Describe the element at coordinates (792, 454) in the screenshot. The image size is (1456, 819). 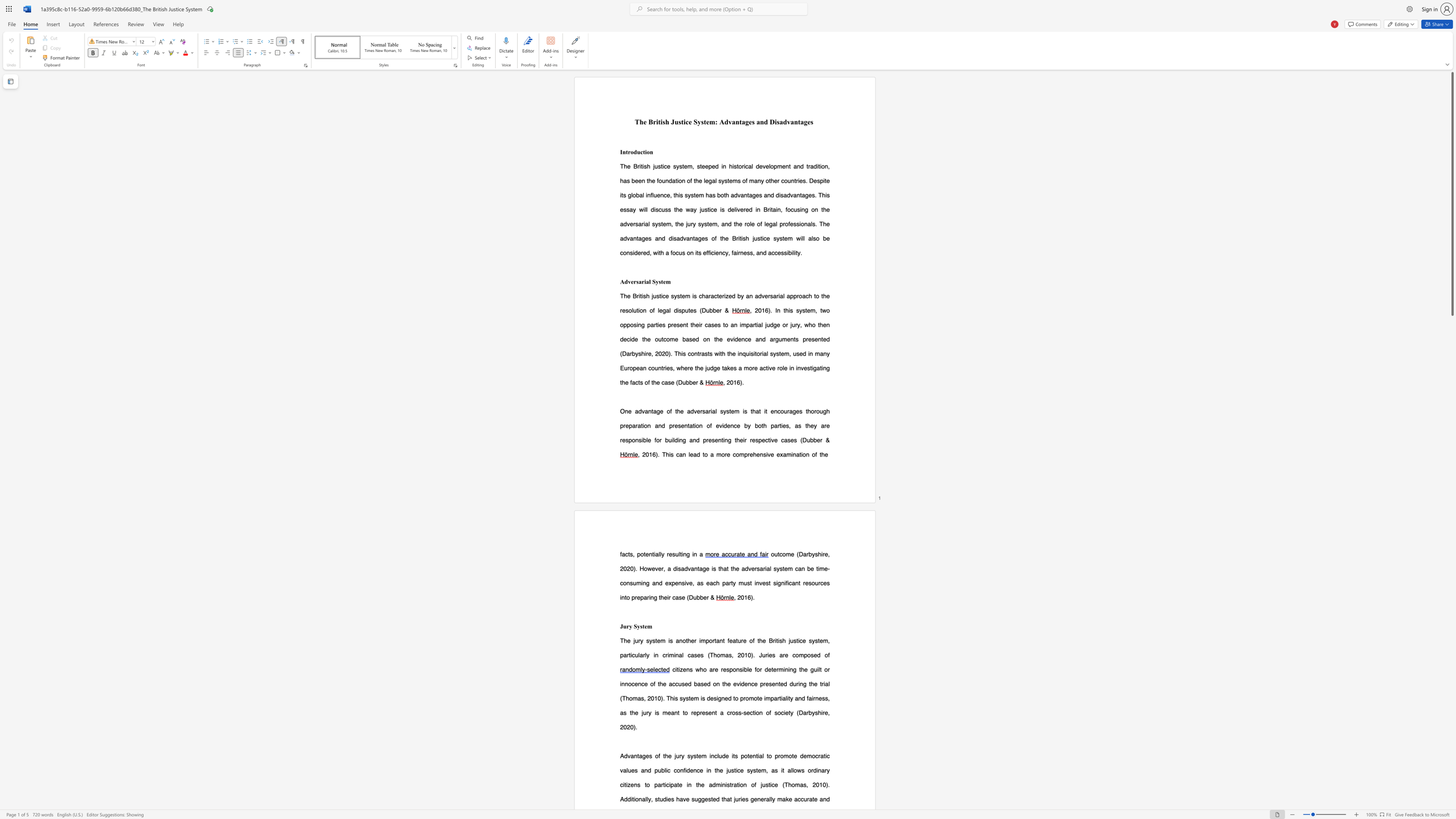
I see `the 3th character "i" in the text` at that location.